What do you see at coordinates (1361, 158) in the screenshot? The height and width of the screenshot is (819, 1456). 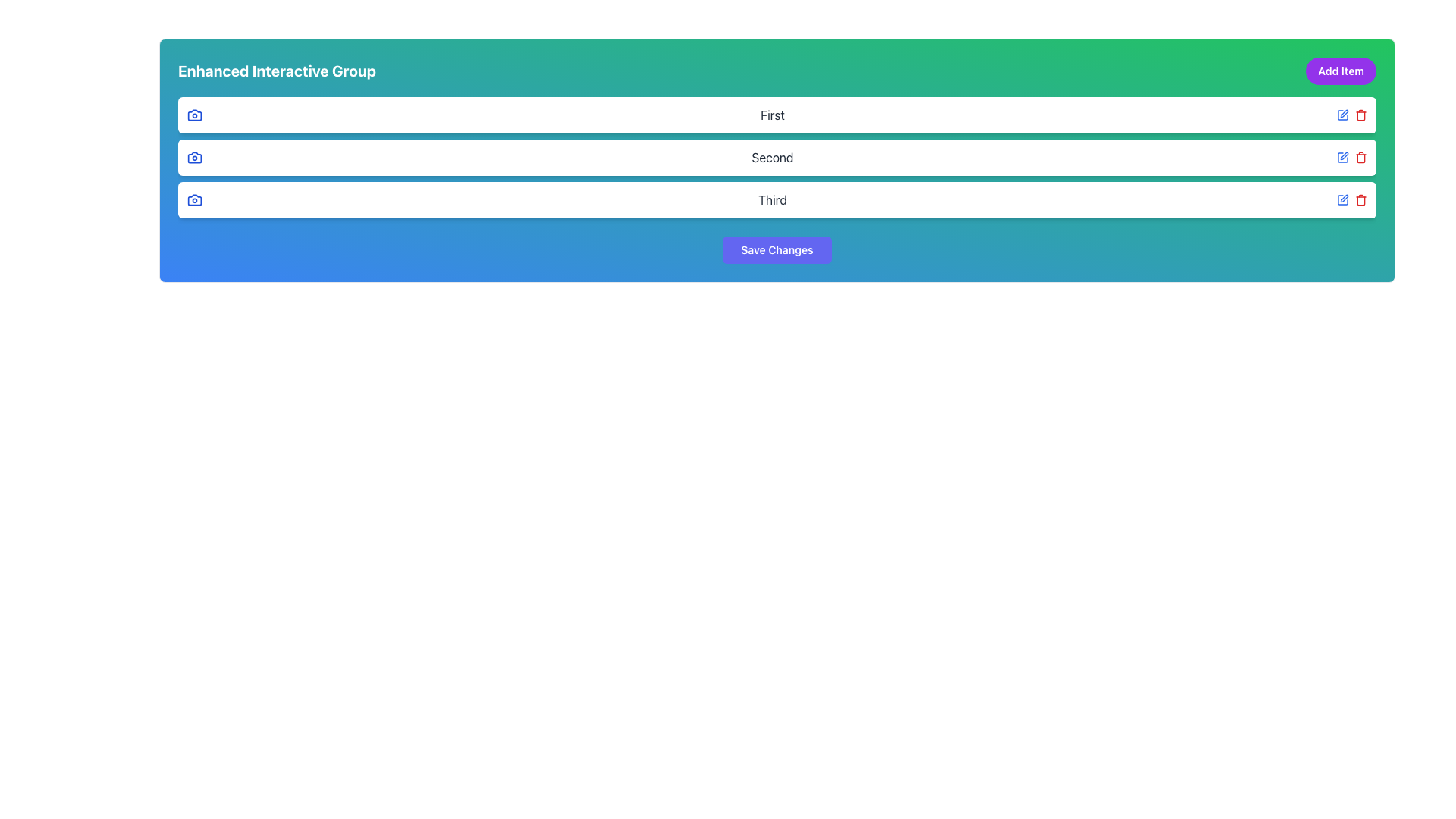 I see `the trash icon element, which is a graphical icon resembling a garbage bin located at the right end of the row` at bounding box center [1361, 158].